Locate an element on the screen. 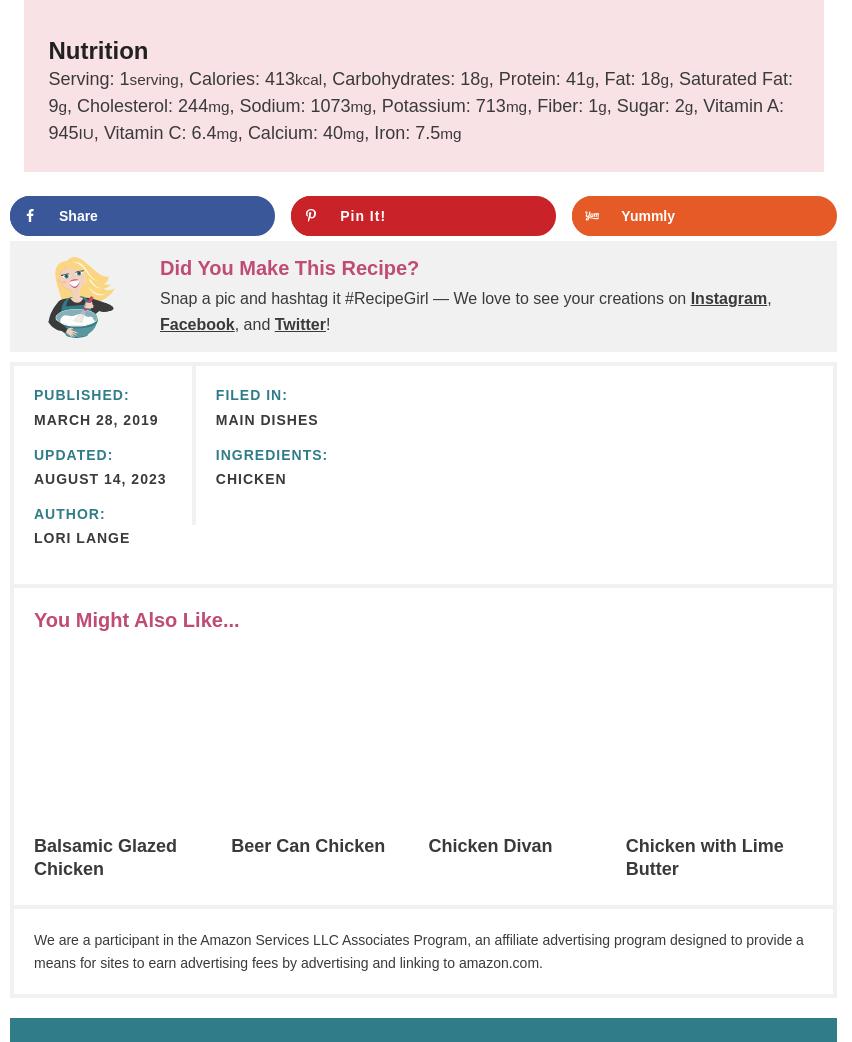  'Calcium:' is located at coordinates (284, 132).